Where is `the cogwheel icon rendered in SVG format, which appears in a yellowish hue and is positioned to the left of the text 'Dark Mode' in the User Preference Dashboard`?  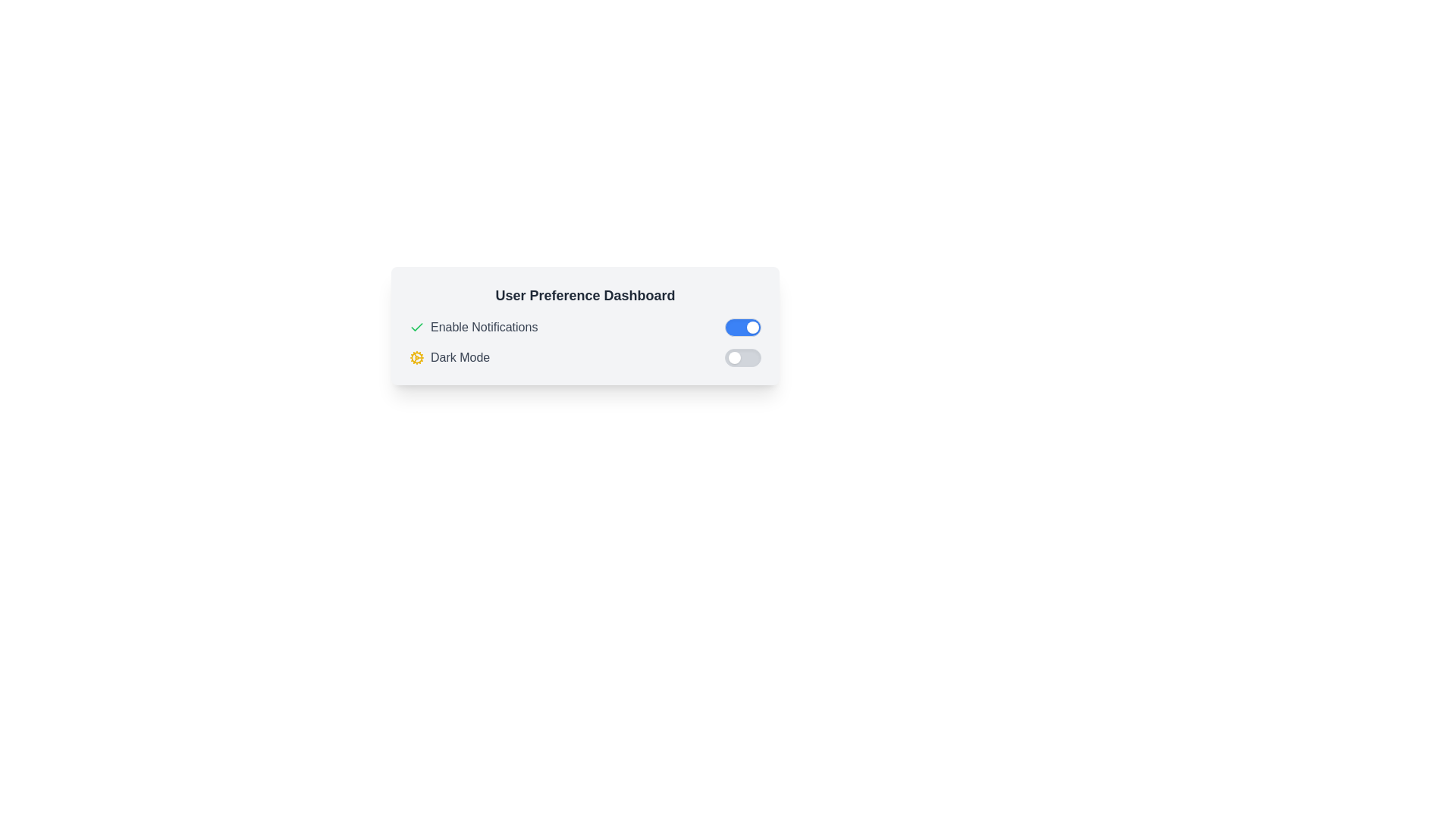
the cogwheel icon rendered in SVG format, which appears in a yellowish hue and is positioned to the left of the text 'Dark Mode' in the User Preference Dashboard is located at coordinates (417, 357).